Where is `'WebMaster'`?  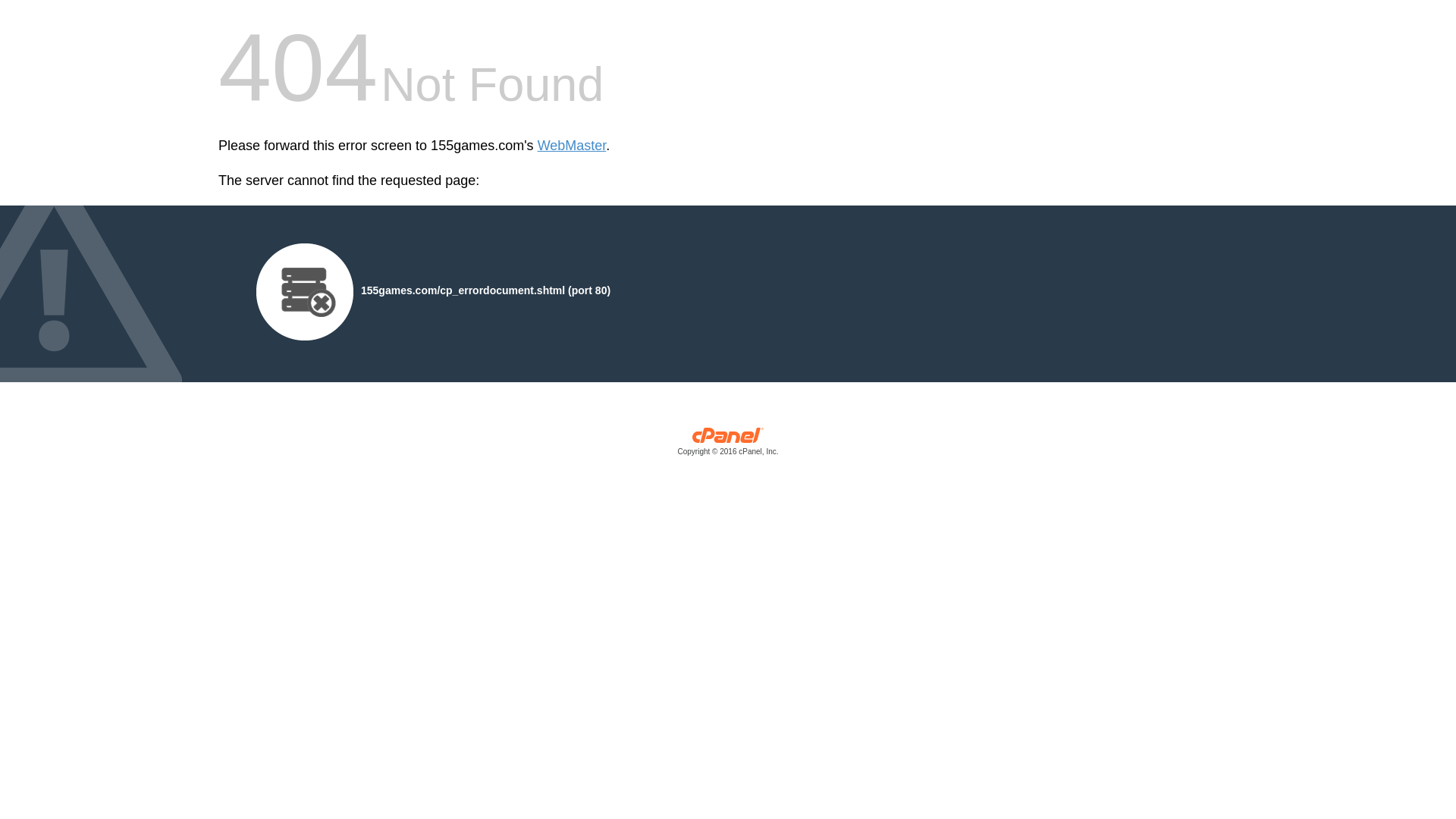
'WebMaster' is located at coordinates (571, 146).